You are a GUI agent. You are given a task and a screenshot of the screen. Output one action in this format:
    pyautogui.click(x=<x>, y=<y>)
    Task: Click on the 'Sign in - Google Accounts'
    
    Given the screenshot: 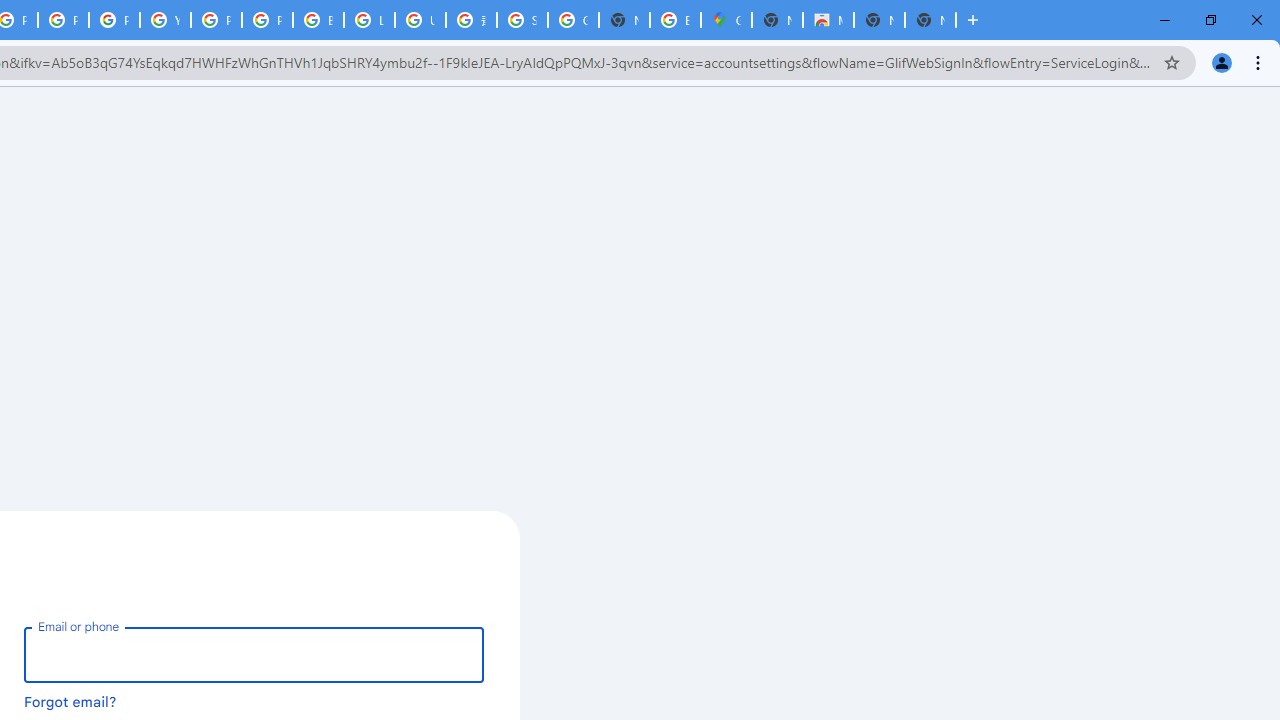 What is the action you would take?
    pyautogui.click(x=522, y=20)
    